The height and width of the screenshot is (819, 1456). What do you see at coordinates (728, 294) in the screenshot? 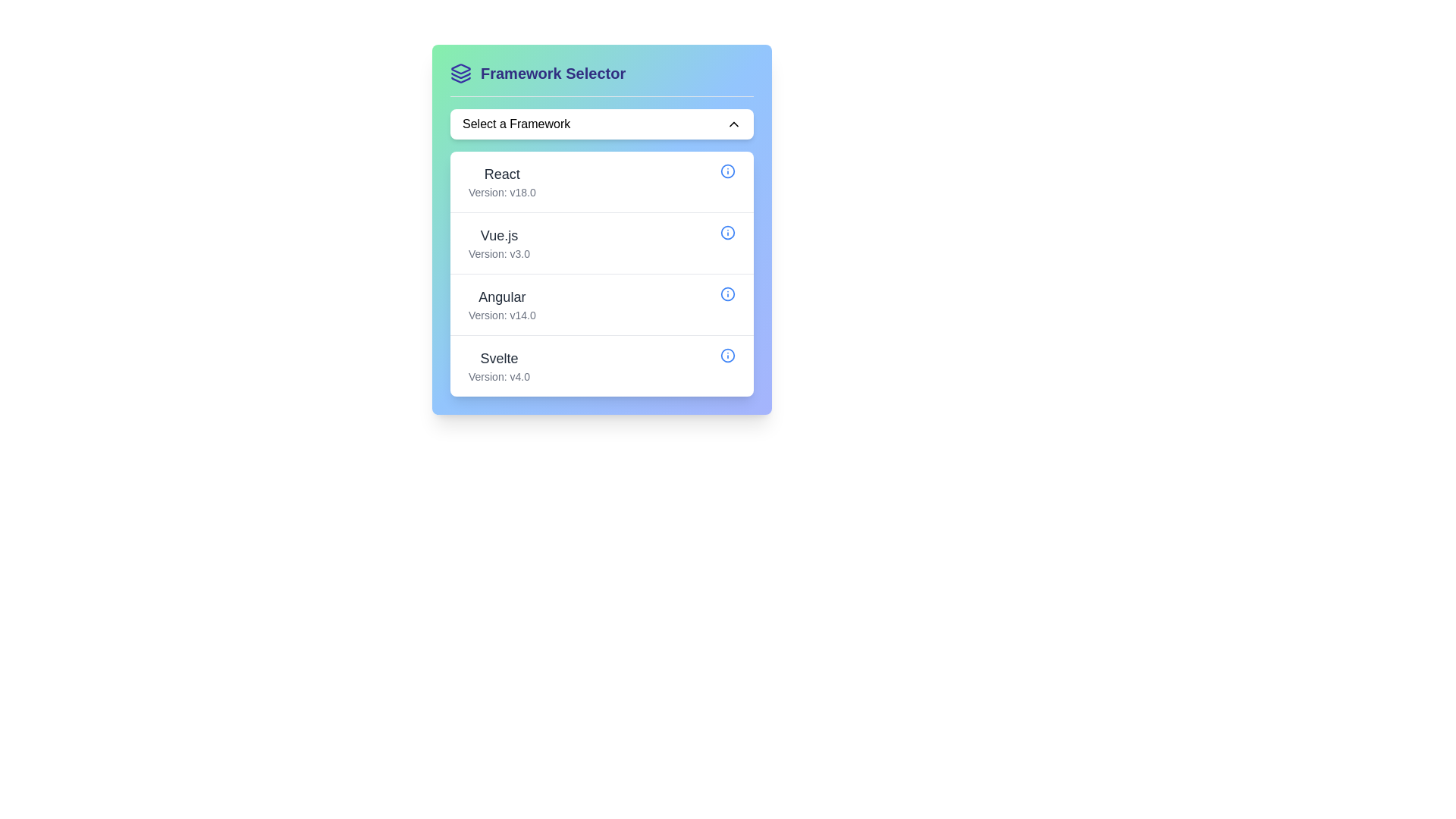
I see `the Circle icon related to the 'Angular' framework located in the third row, near the right side, aligning with the framework name and version text` at bounding box center [728, 294].